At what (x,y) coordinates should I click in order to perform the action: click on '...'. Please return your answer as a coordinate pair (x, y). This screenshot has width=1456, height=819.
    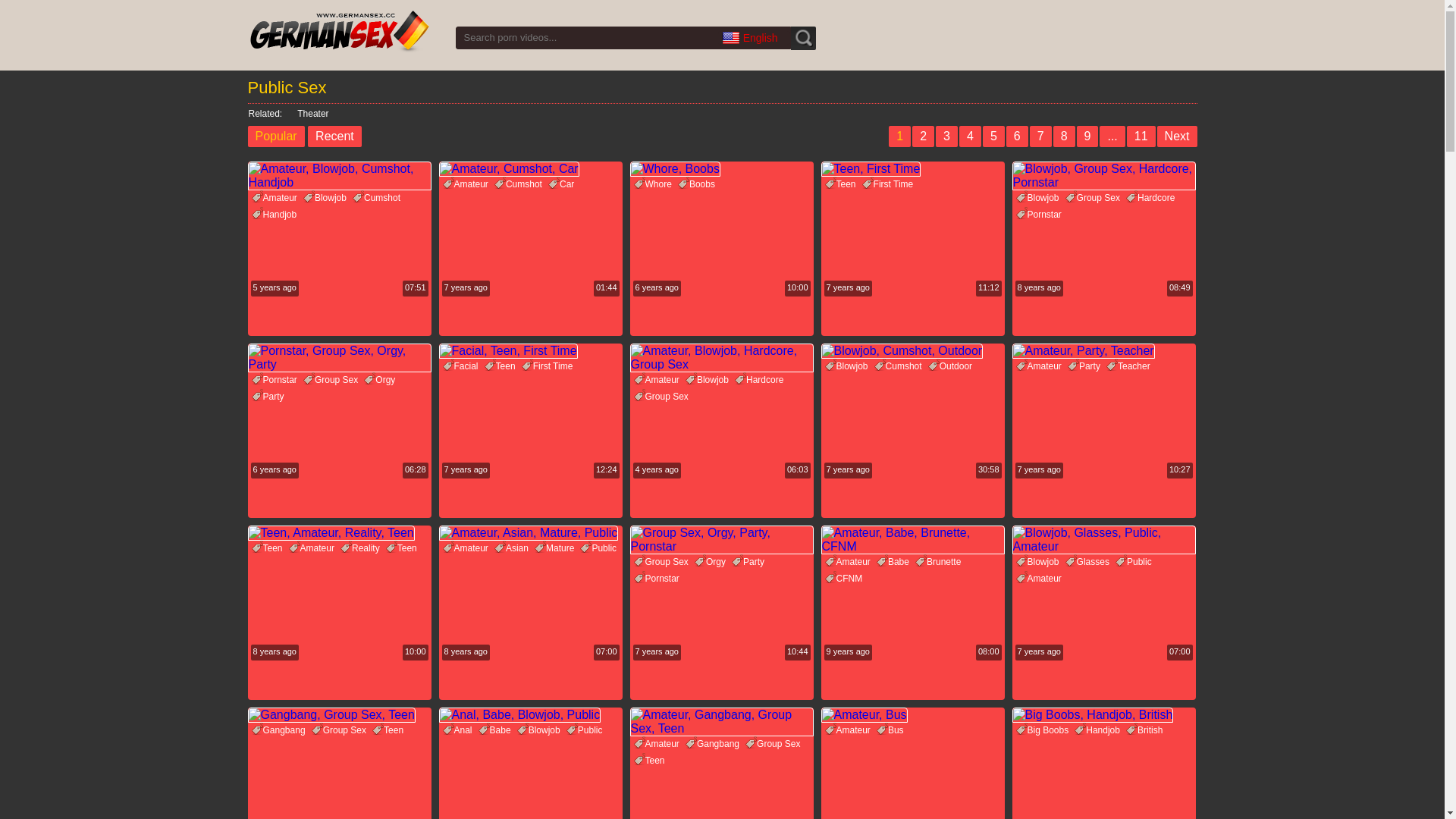
    Looking at the image, I should click on (1112, 136).